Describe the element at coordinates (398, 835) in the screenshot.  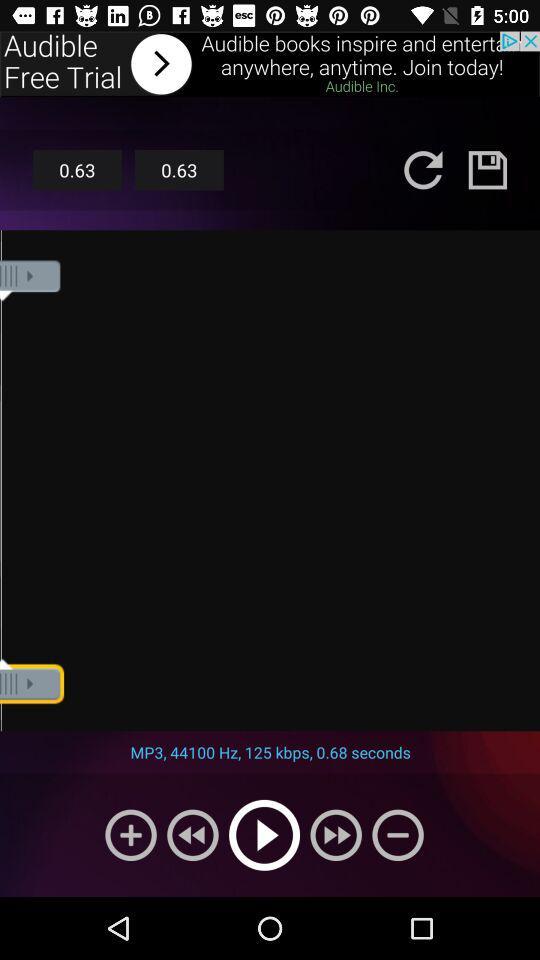
I see `the minus icon` at that location.